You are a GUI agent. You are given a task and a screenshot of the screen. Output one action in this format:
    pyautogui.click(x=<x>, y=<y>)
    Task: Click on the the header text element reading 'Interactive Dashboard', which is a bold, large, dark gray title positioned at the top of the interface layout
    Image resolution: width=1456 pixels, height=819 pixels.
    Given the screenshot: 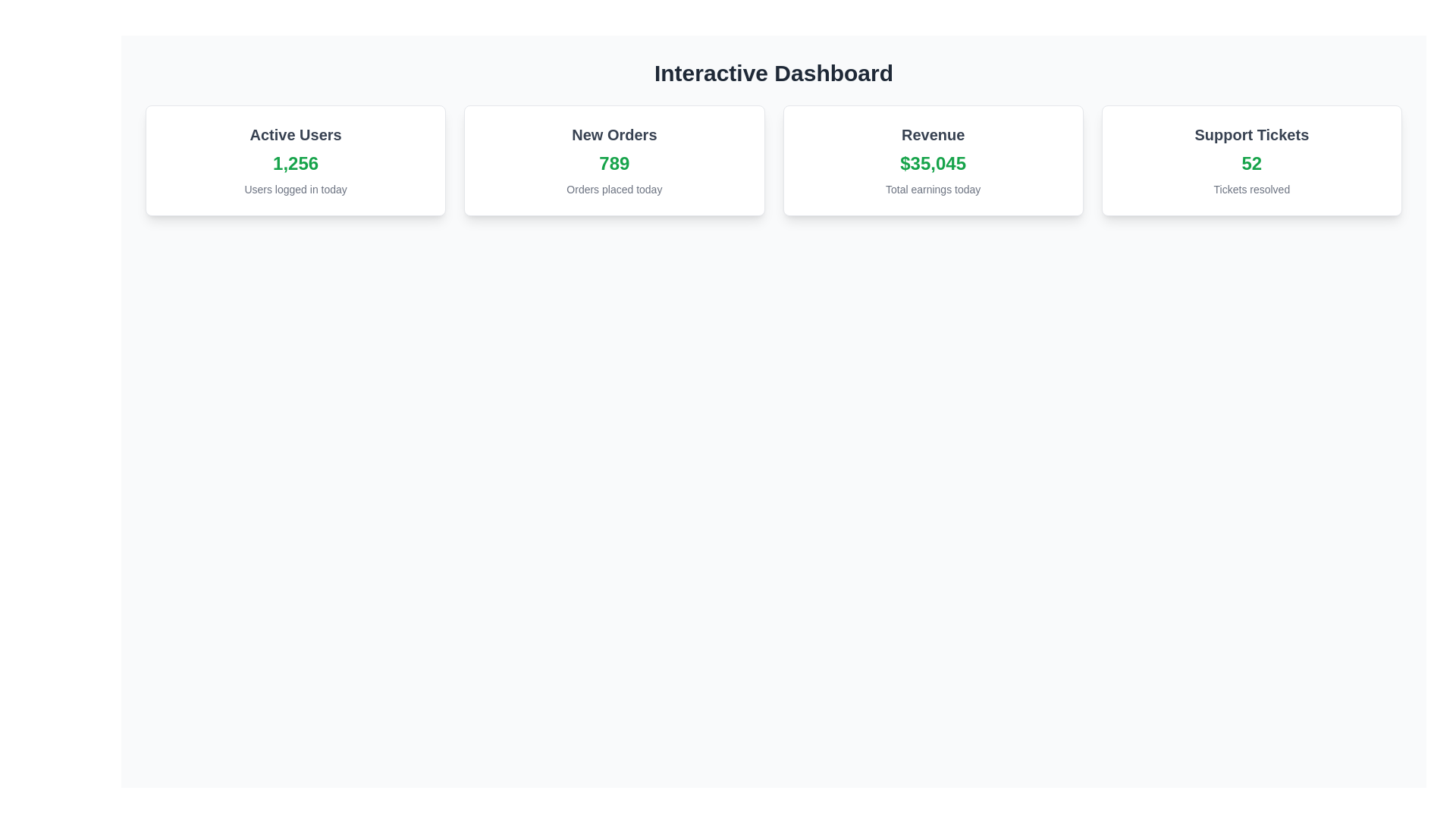 What is the action you would take?
    pyautogui.click(x=773, y=73)
    